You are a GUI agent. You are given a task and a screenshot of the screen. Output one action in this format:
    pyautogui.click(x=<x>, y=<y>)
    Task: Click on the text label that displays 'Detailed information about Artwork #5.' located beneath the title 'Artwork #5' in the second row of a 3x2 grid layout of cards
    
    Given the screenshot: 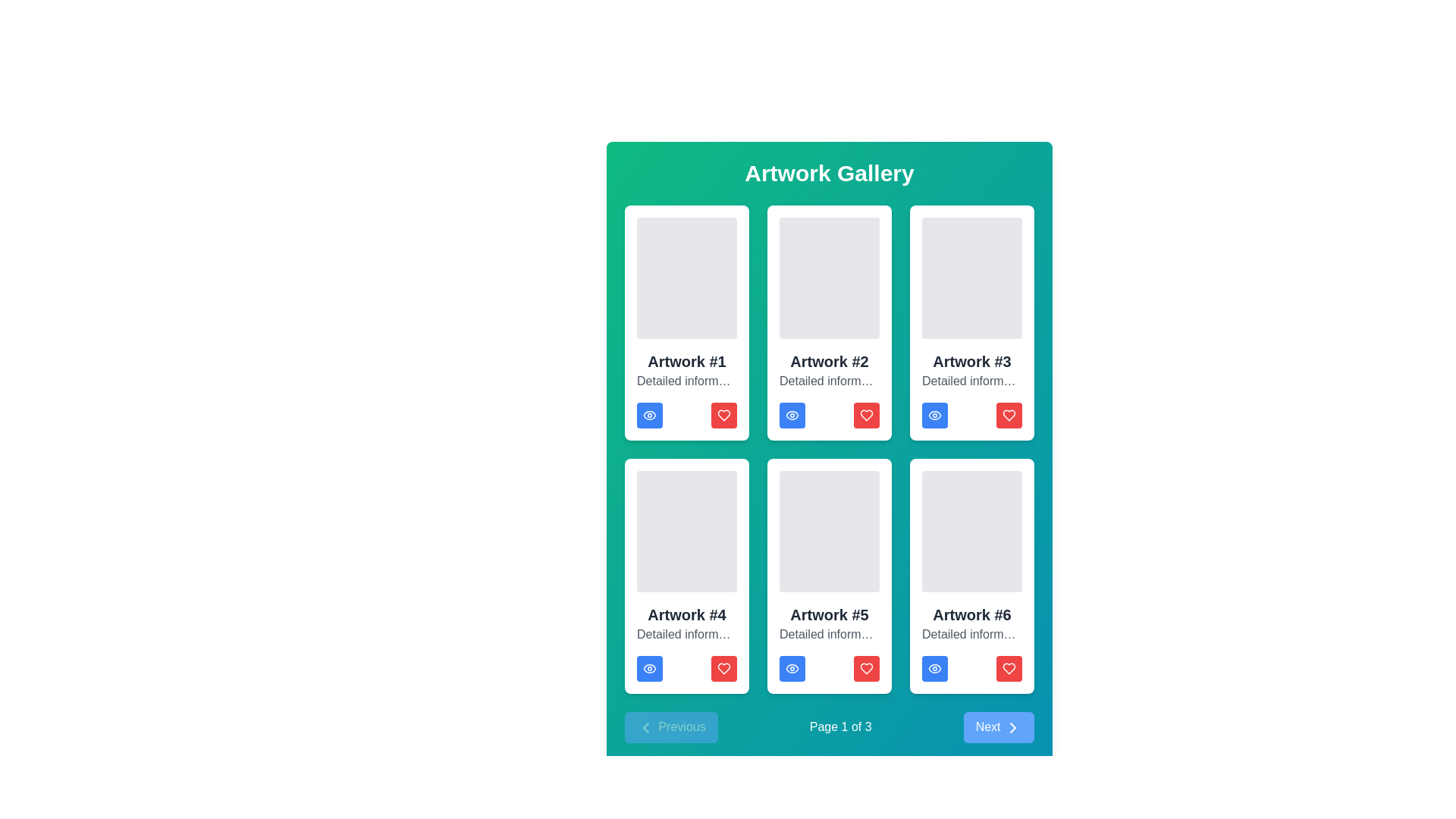 What is the action you would take?
    pyautogui.click(x=829, y=635)
    